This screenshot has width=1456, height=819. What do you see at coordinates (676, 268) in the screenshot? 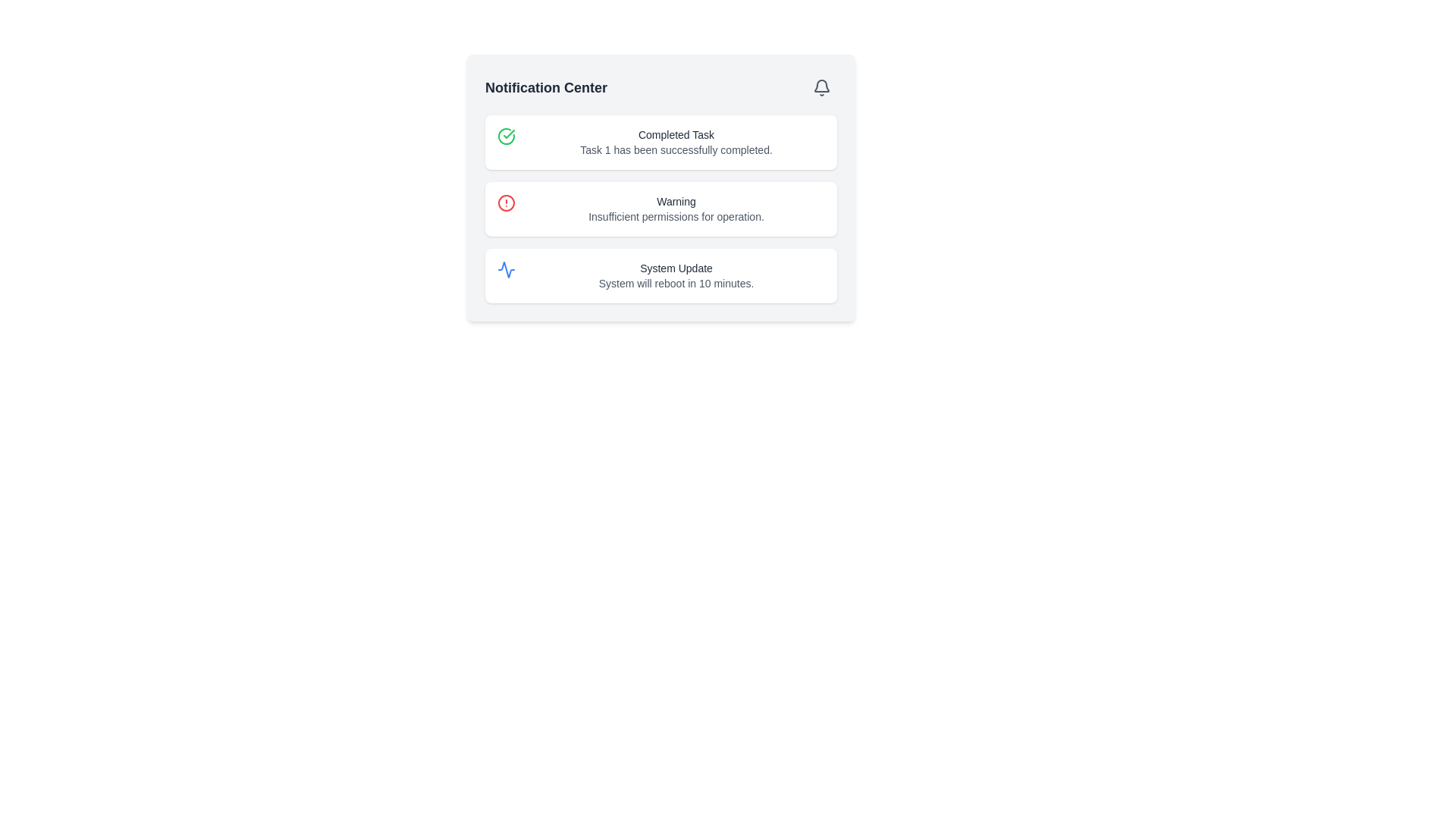
I see `the 'System Update' text label, which is styled in dark gray and located in the lower section of a notification card, above the 'System will reboot in 10 minutes' text` at bounding box center [676, 268].